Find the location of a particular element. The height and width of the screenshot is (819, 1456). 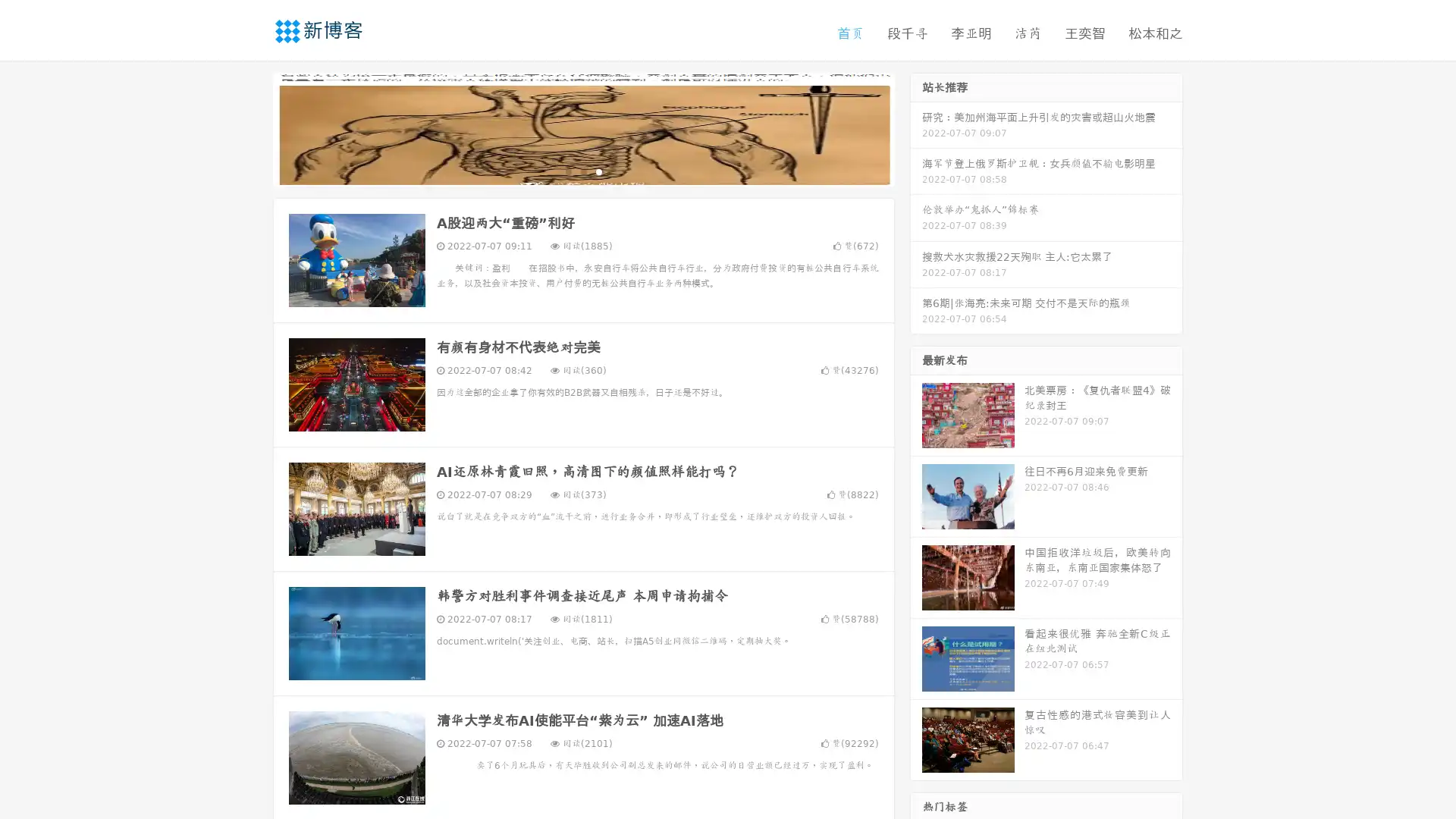

Go to slide 2 is located at coordinates (582, 171).